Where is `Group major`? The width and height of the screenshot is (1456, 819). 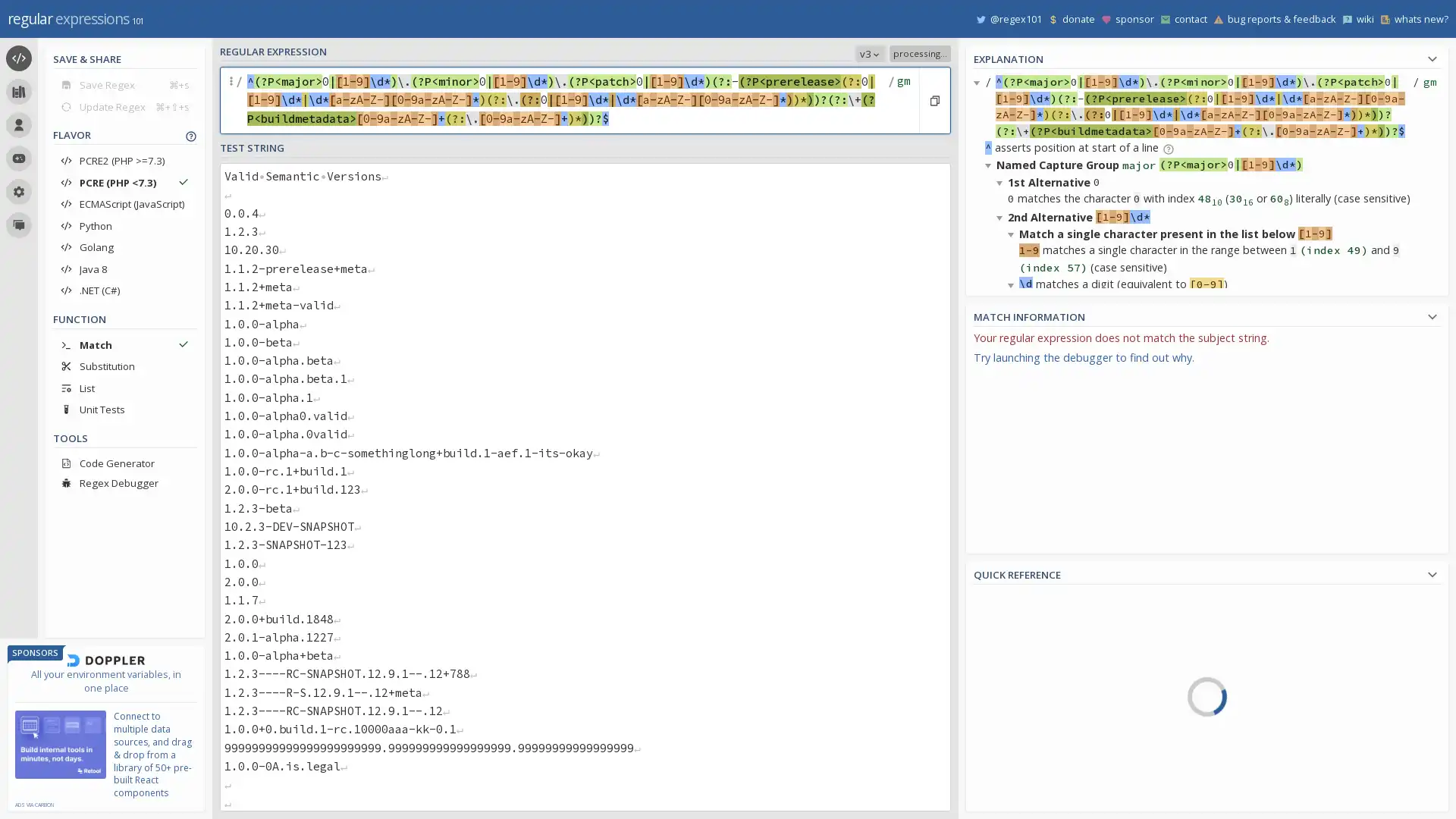 Group major is located at coordinates (1040, 748).